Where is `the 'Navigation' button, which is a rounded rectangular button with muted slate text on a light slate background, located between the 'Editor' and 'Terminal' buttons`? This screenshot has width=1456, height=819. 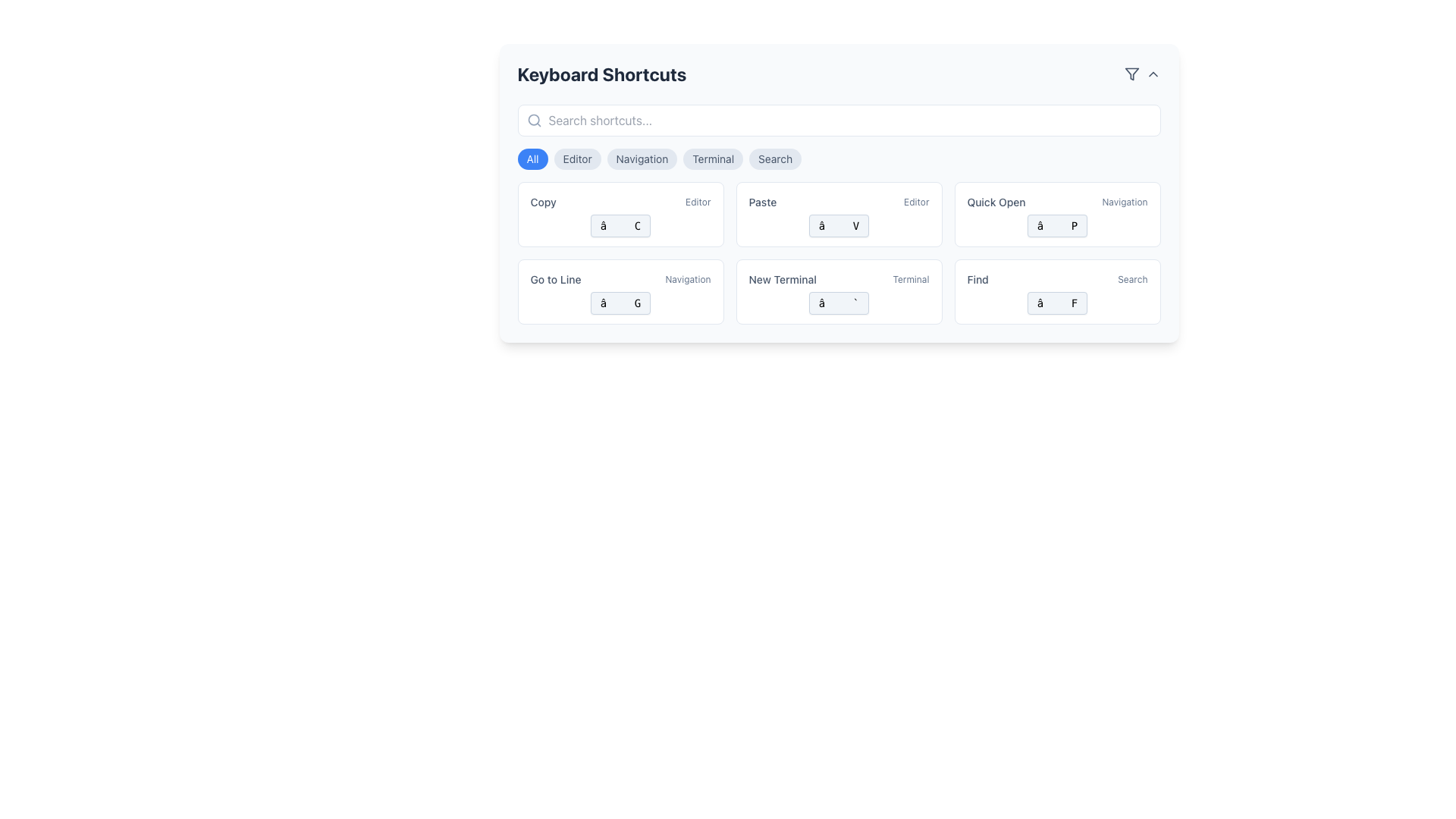 the 'Navigation' button, which is a rounded rectangular button with muted slate text on a light slate background, located between the 'Editor' and 'Terminal' buttons is located at coordinates (642, 158).